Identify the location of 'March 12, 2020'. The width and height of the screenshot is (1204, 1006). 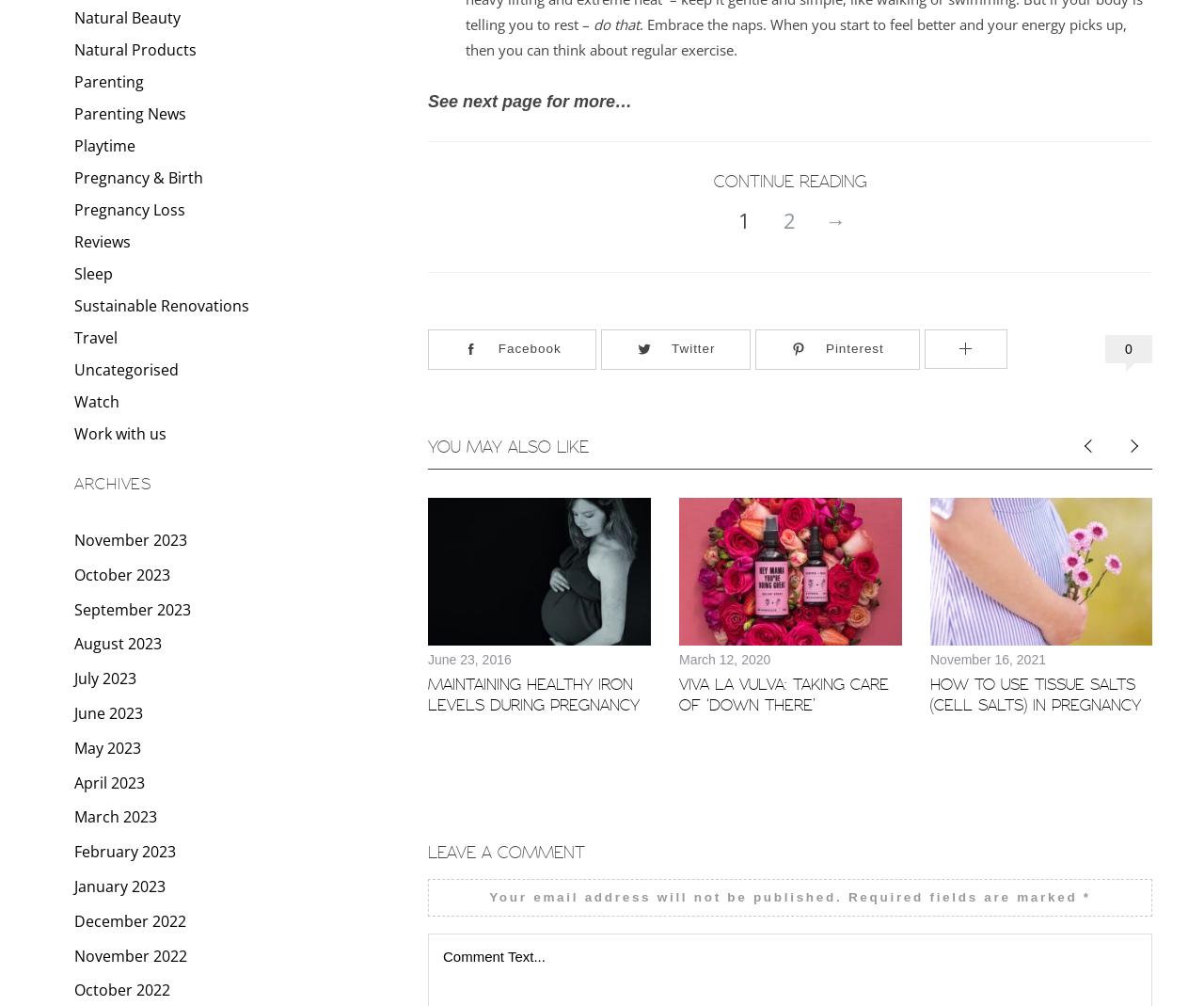
(678, 657).